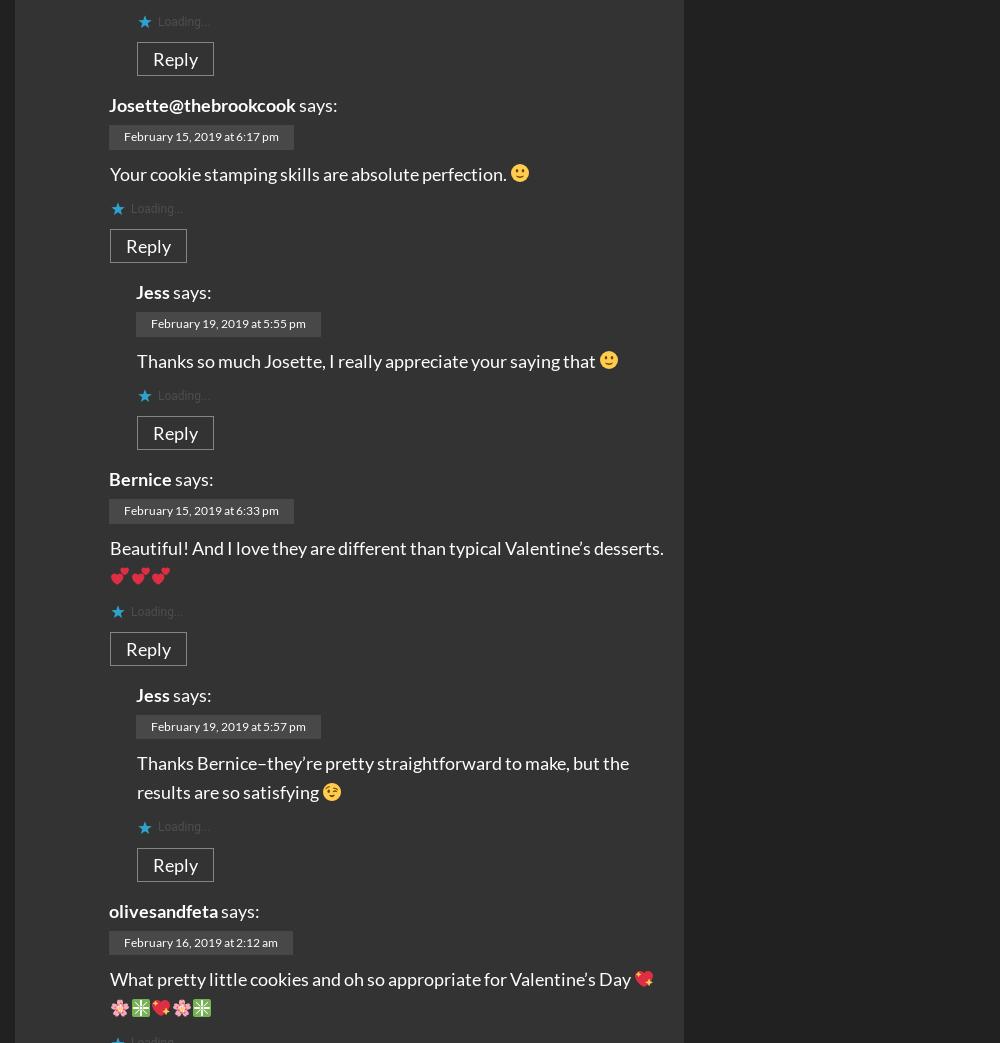  What do you see at coordinates (163, 909) in the screenshot?
I see `'olivesandfeta'` at bounding box center [163, 909].